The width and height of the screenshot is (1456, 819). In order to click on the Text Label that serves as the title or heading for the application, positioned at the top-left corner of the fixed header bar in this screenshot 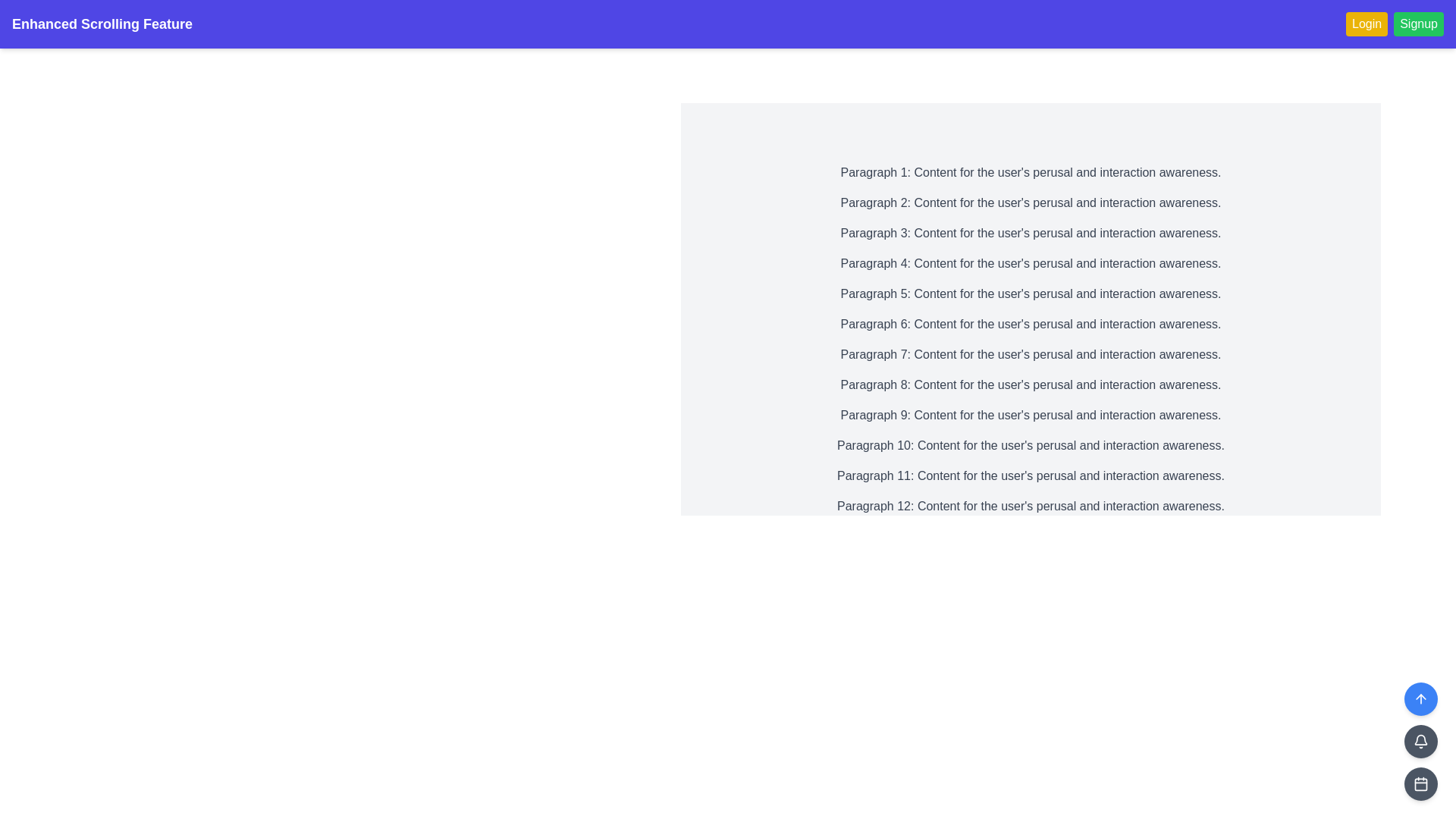, I will do `click(101, 24)`.